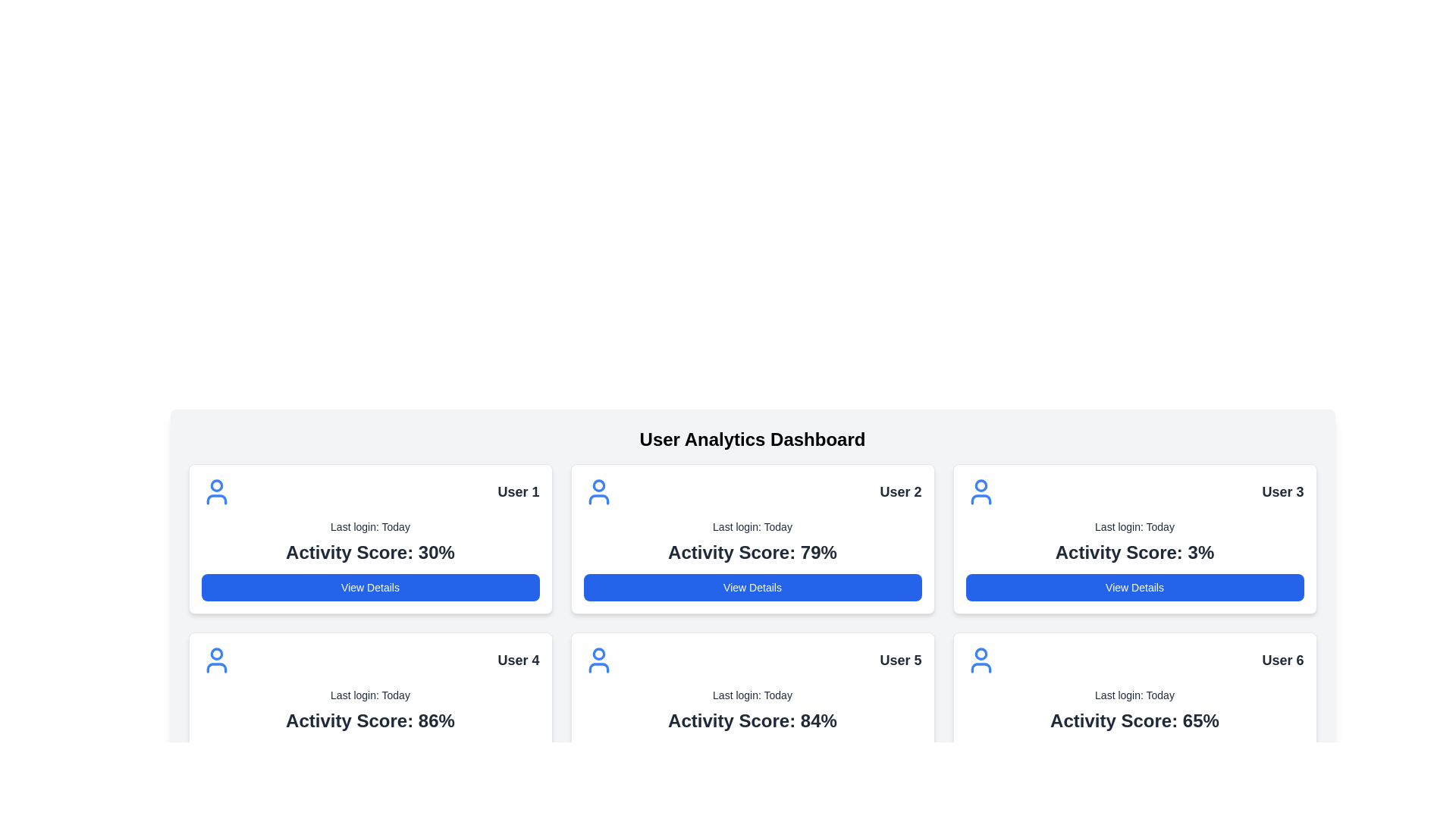  What do you see at coordinates (752, 720) in the screenshot?
I see `the text label displaying 'Activity Score: 84%' located at the bottom of the card widget for 'User 5'` at bounding box center [752, 720].